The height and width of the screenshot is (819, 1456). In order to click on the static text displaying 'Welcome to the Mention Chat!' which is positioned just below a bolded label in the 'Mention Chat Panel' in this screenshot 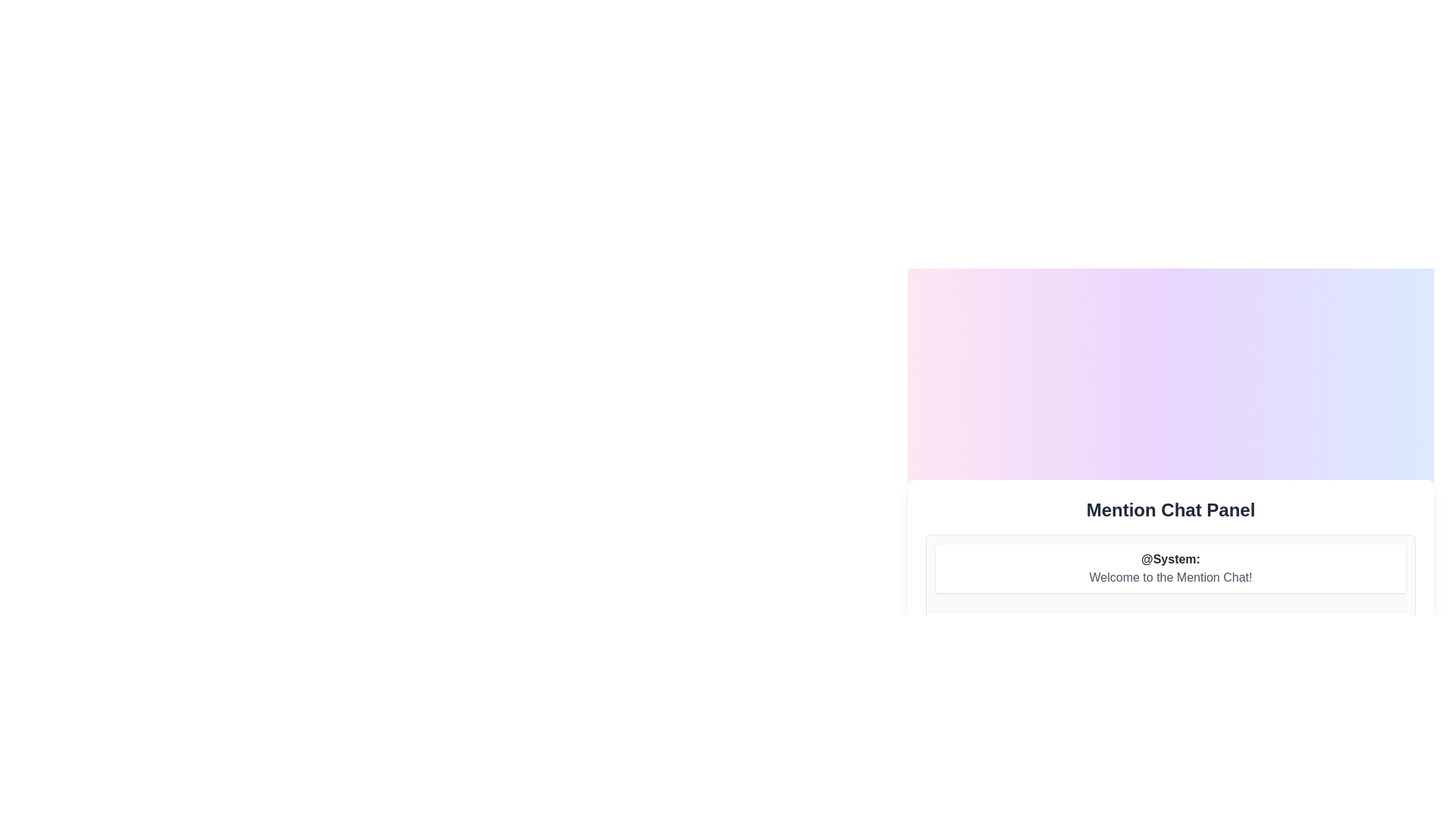, I will do `click(1170, 576)`.